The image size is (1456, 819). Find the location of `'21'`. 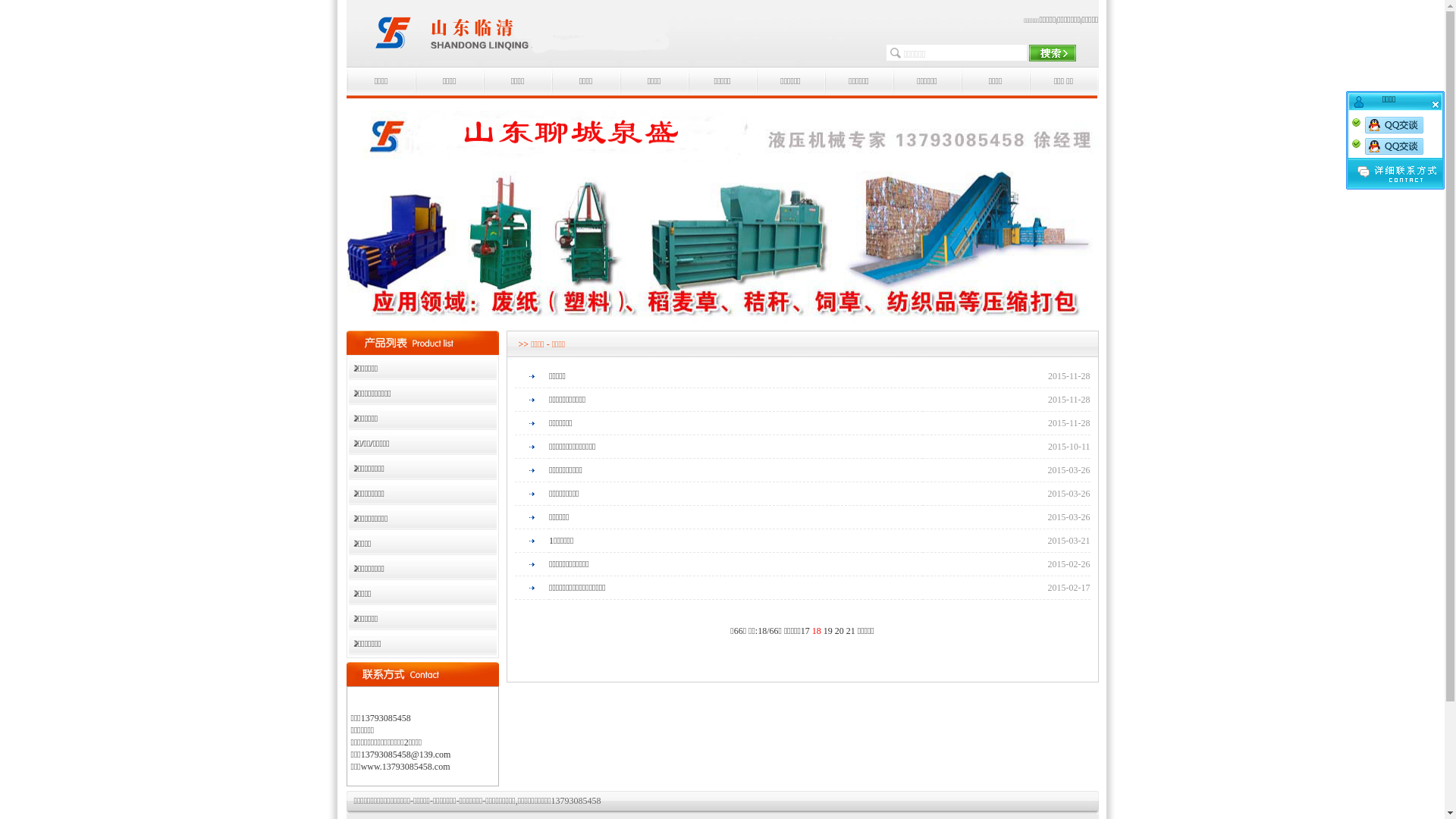

'21' is located at coordinates (851, 631).